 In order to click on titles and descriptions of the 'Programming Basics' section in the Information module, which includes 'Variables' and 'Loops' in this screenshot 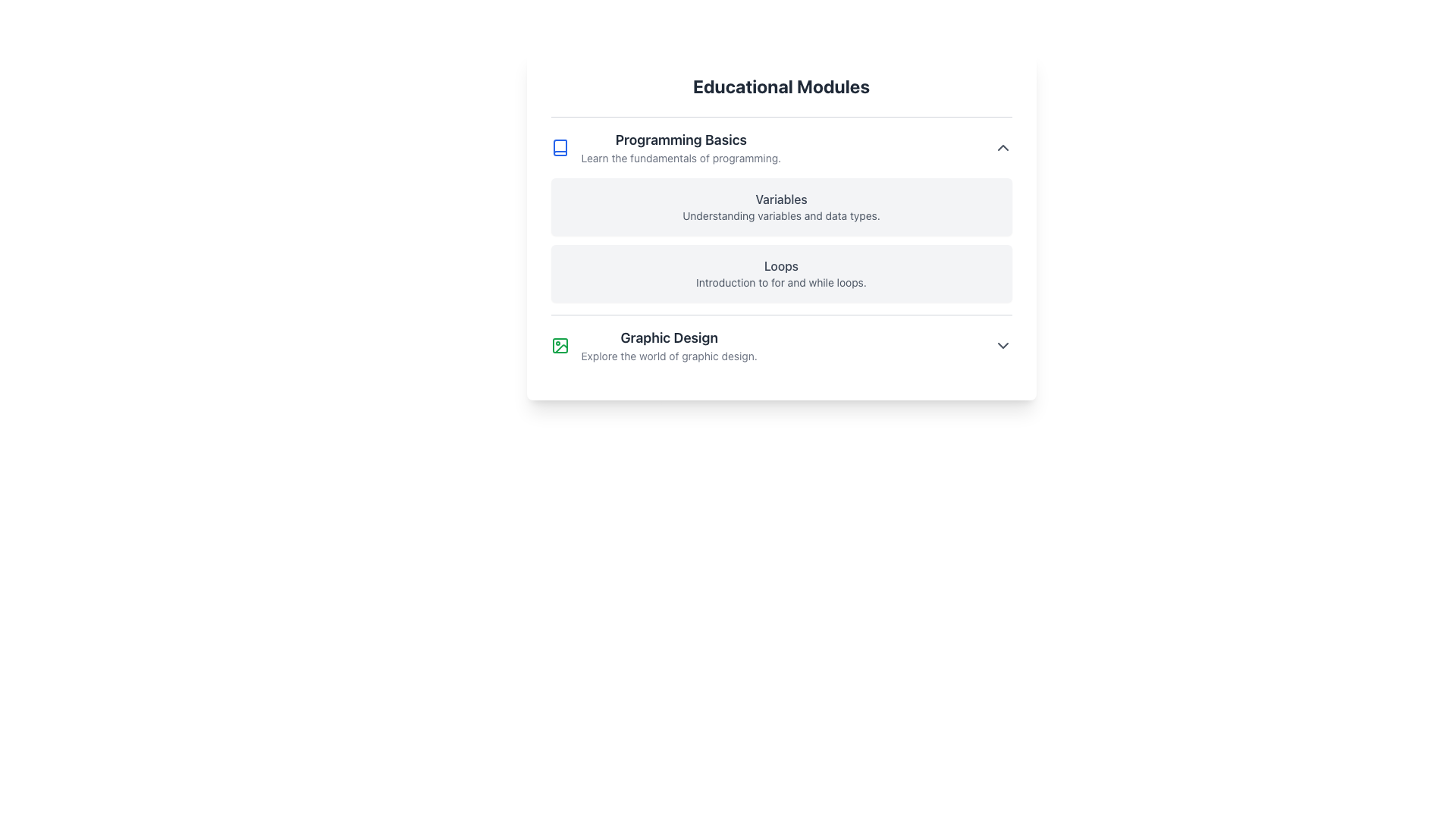, I will do `click(781, 215)`.